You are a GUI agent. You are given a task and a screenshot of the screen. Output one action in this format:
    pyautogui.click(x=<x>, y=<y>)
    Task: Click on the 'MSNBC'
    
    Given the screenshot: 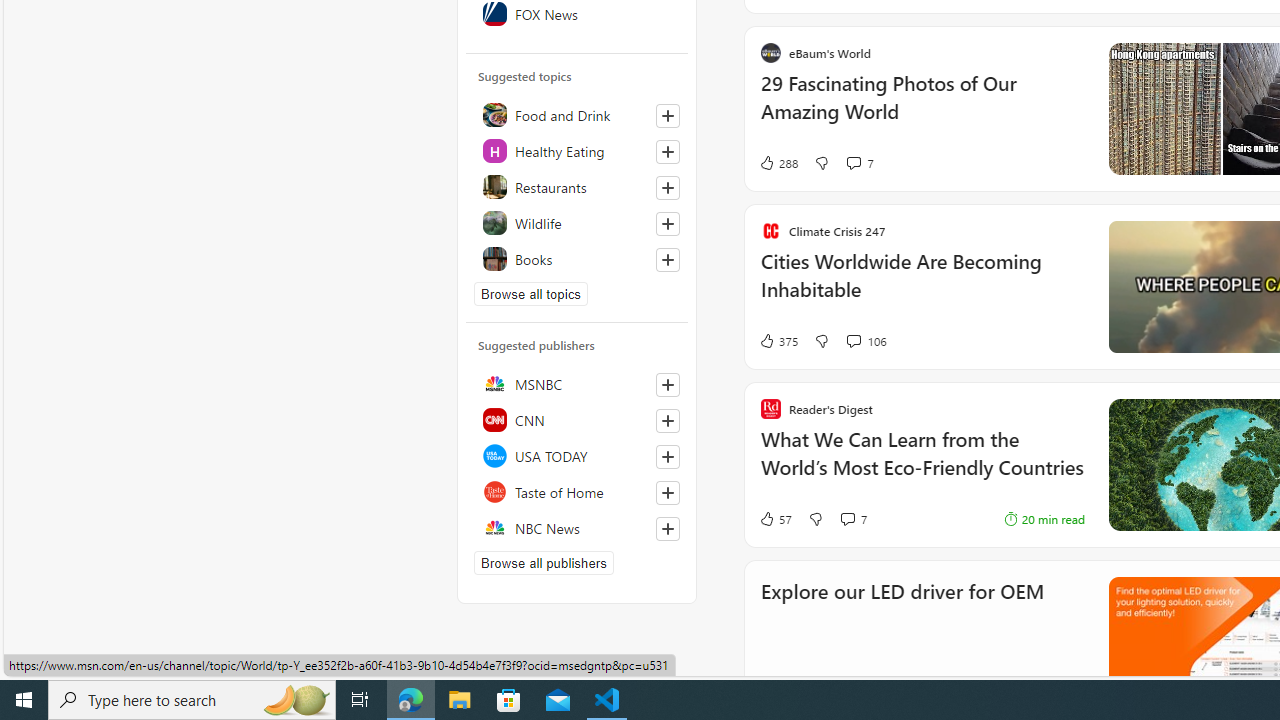 What is the action you would take?
    pyautogui.click(x=576, y=384)
    